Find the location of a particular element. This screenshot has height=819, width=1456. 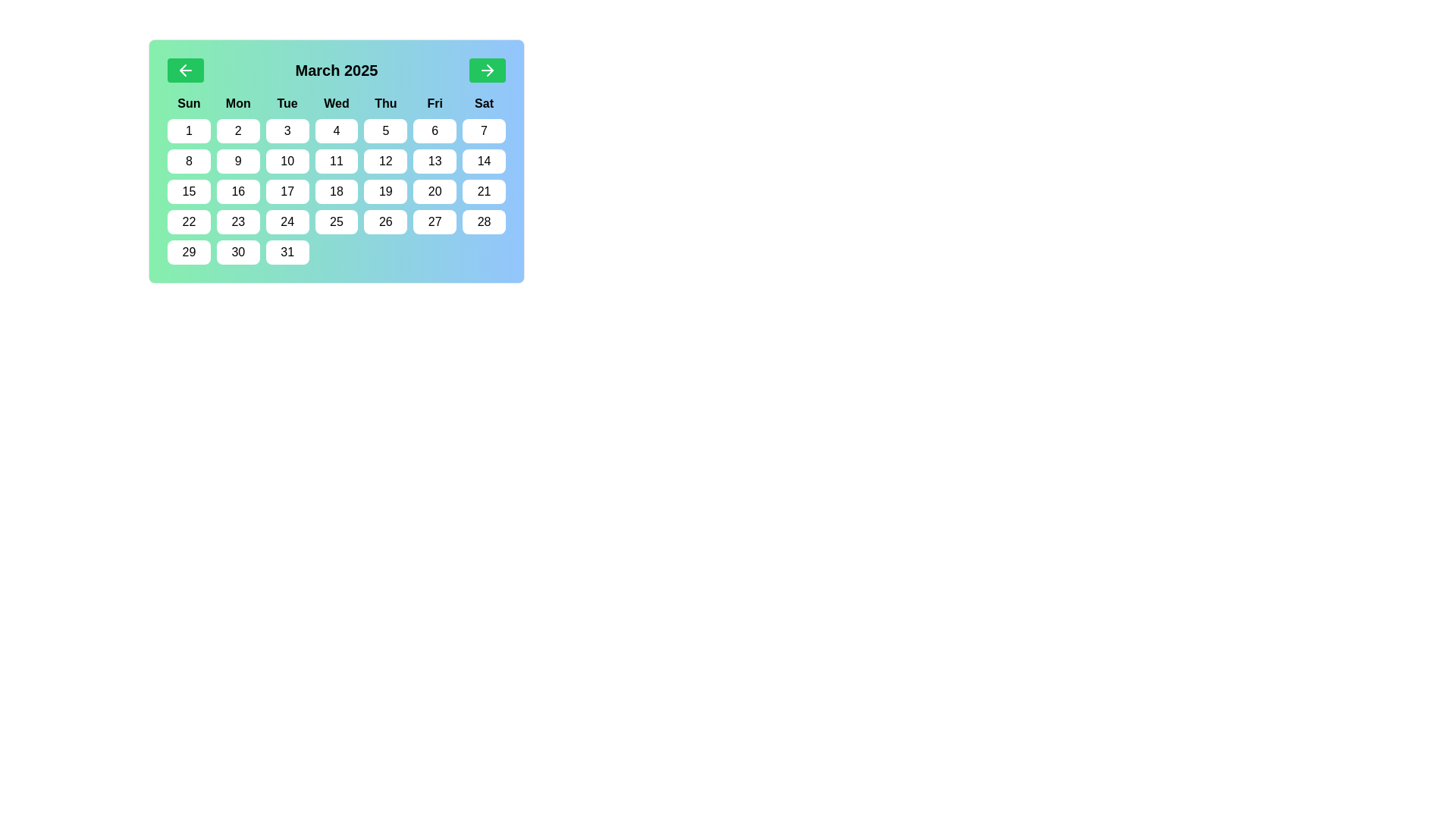

the Text label displaying 'Wed', which is the fourth weekday abbreviation in a row at the top of the calendar interface is located at coordinates (335, 103).